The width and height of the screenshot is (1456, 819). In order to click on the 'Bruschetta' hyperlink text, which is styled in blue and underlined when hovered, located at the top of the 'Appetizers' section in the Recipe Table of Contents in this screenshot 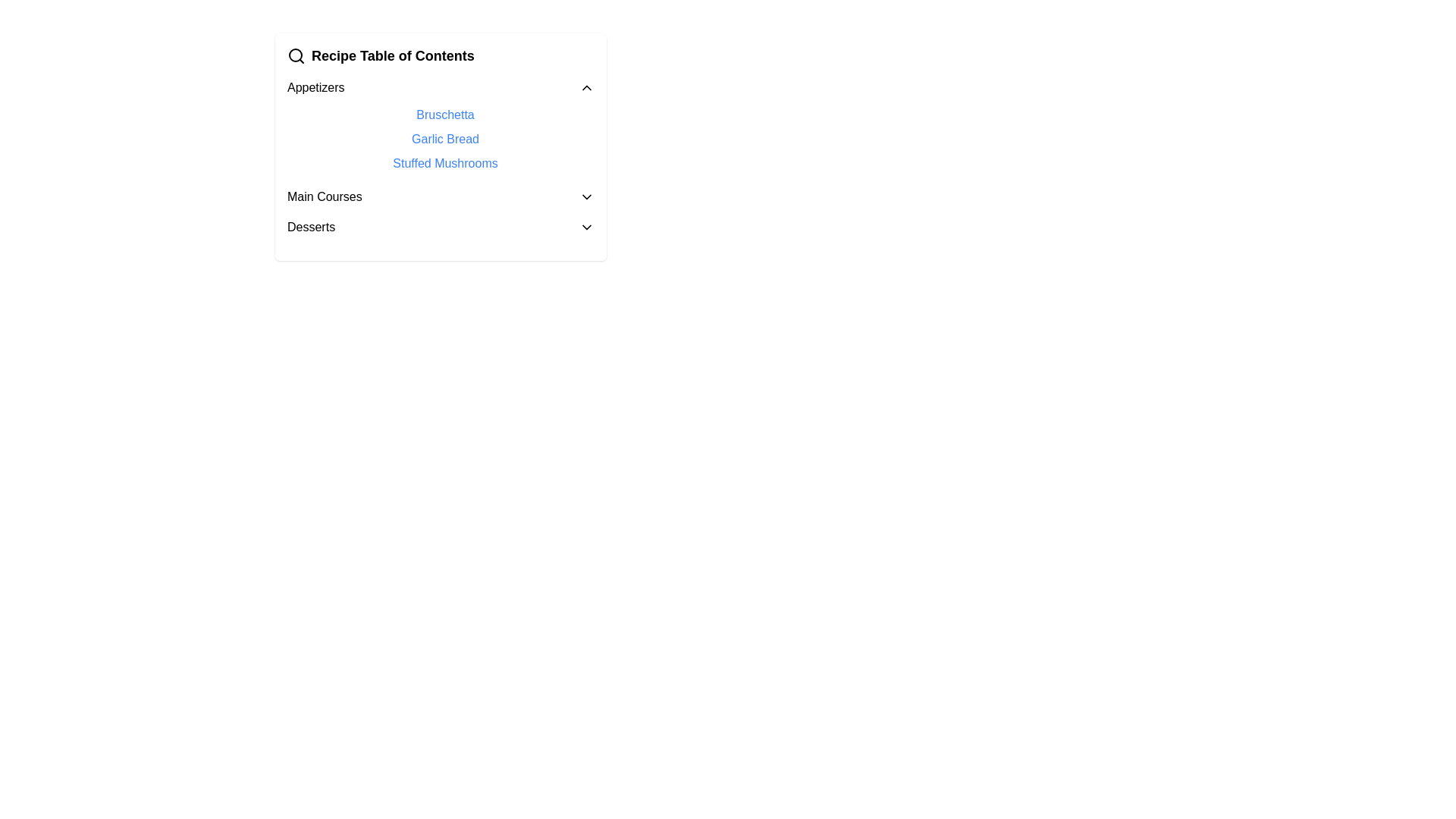, I will do `click(446, 114)`.